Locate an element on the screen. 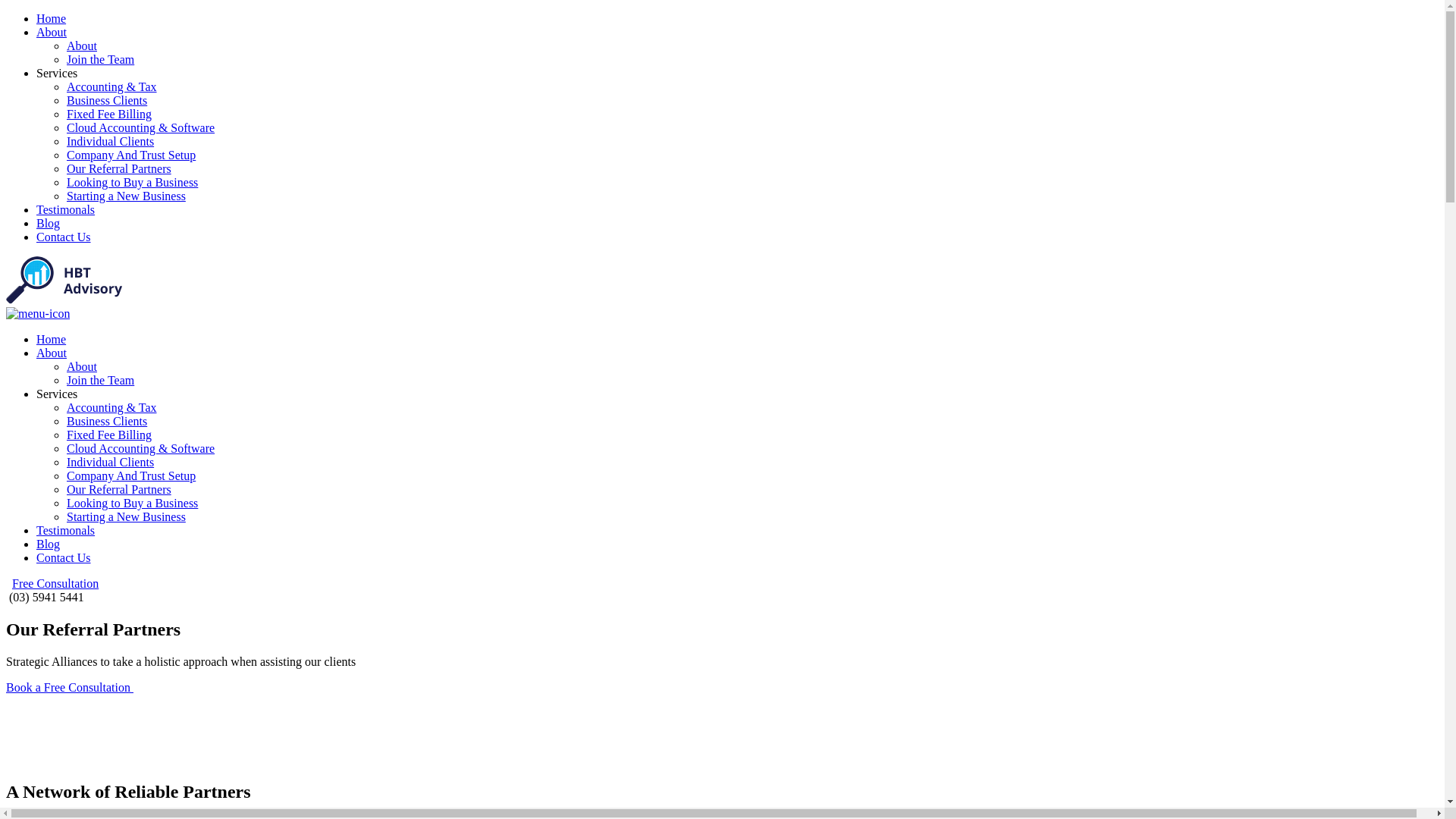 The width and height of the screenshot is (1456, 819). 'Join the Team' is located at coordinates (65, 379).